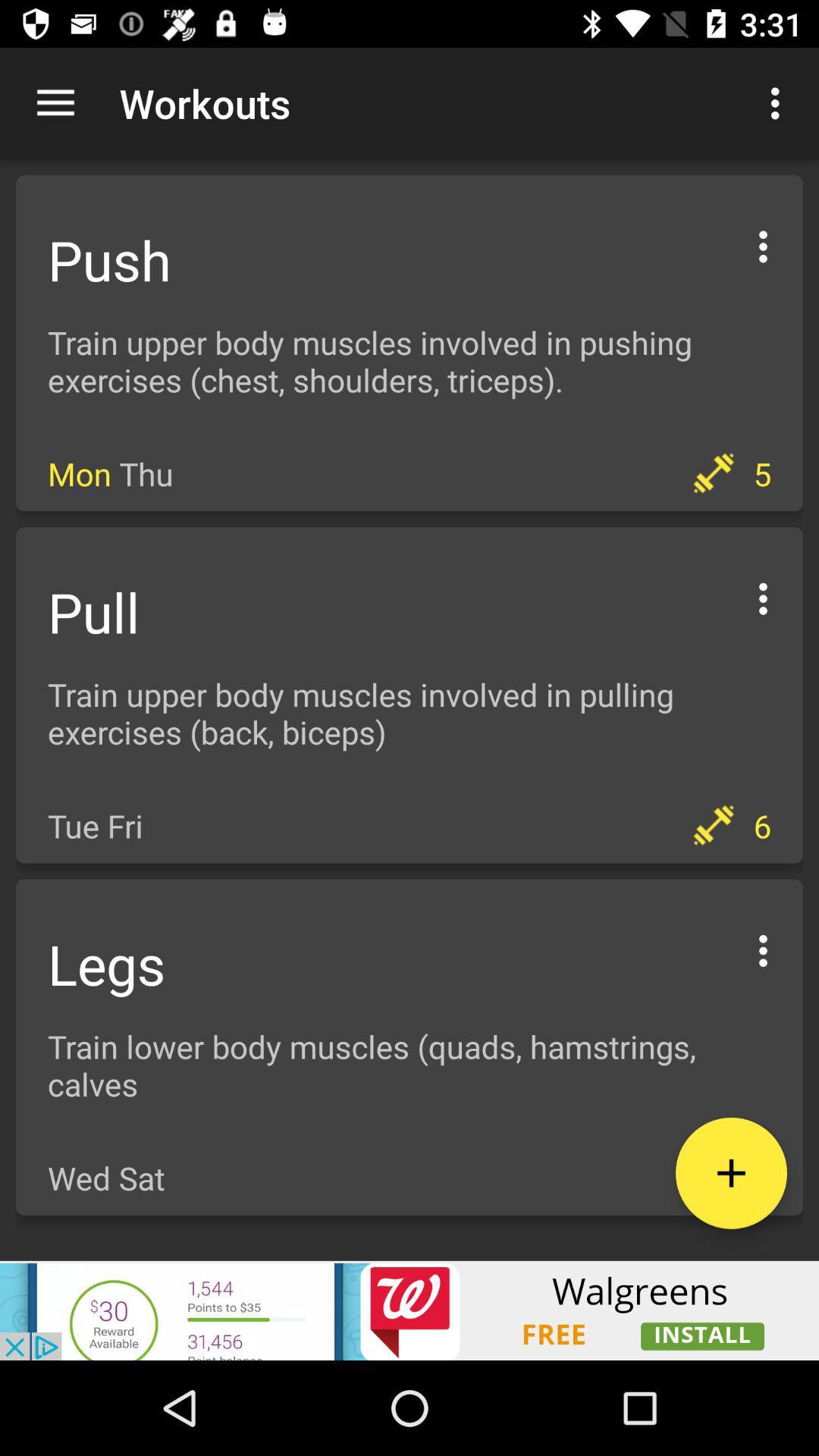 This screenshot has height=1456, width=819. I want to click on the first customized options icon which is right side of the workouts, so click(779, 103).